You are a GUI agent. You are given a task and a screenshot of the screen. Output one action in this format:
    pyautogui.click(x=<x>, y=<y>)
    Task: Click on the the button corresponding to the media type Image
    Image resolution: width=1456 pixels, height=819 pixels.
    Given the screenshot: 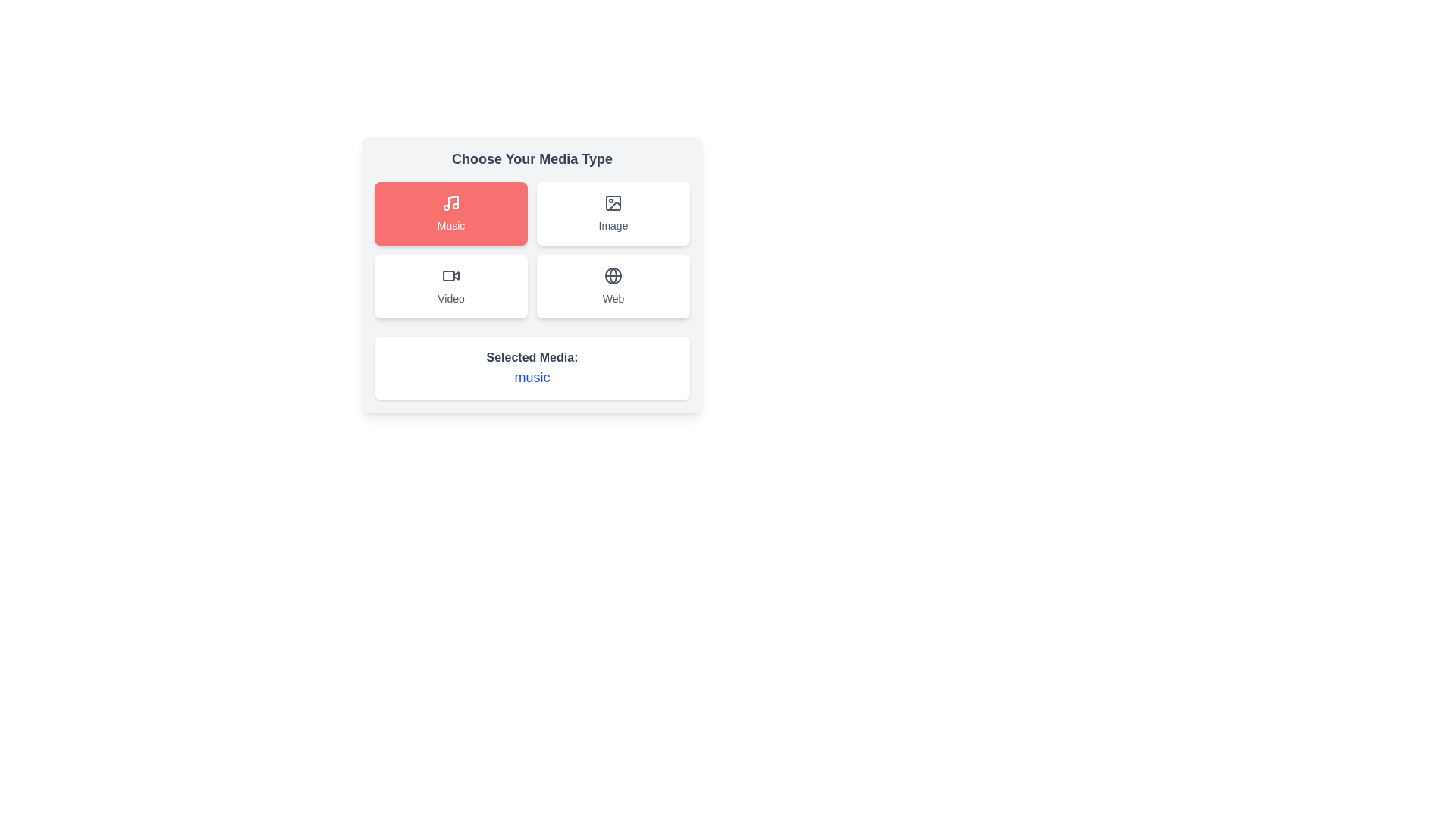 What is the action you would take?
    pyautogui.click(x=613, y=213)
    